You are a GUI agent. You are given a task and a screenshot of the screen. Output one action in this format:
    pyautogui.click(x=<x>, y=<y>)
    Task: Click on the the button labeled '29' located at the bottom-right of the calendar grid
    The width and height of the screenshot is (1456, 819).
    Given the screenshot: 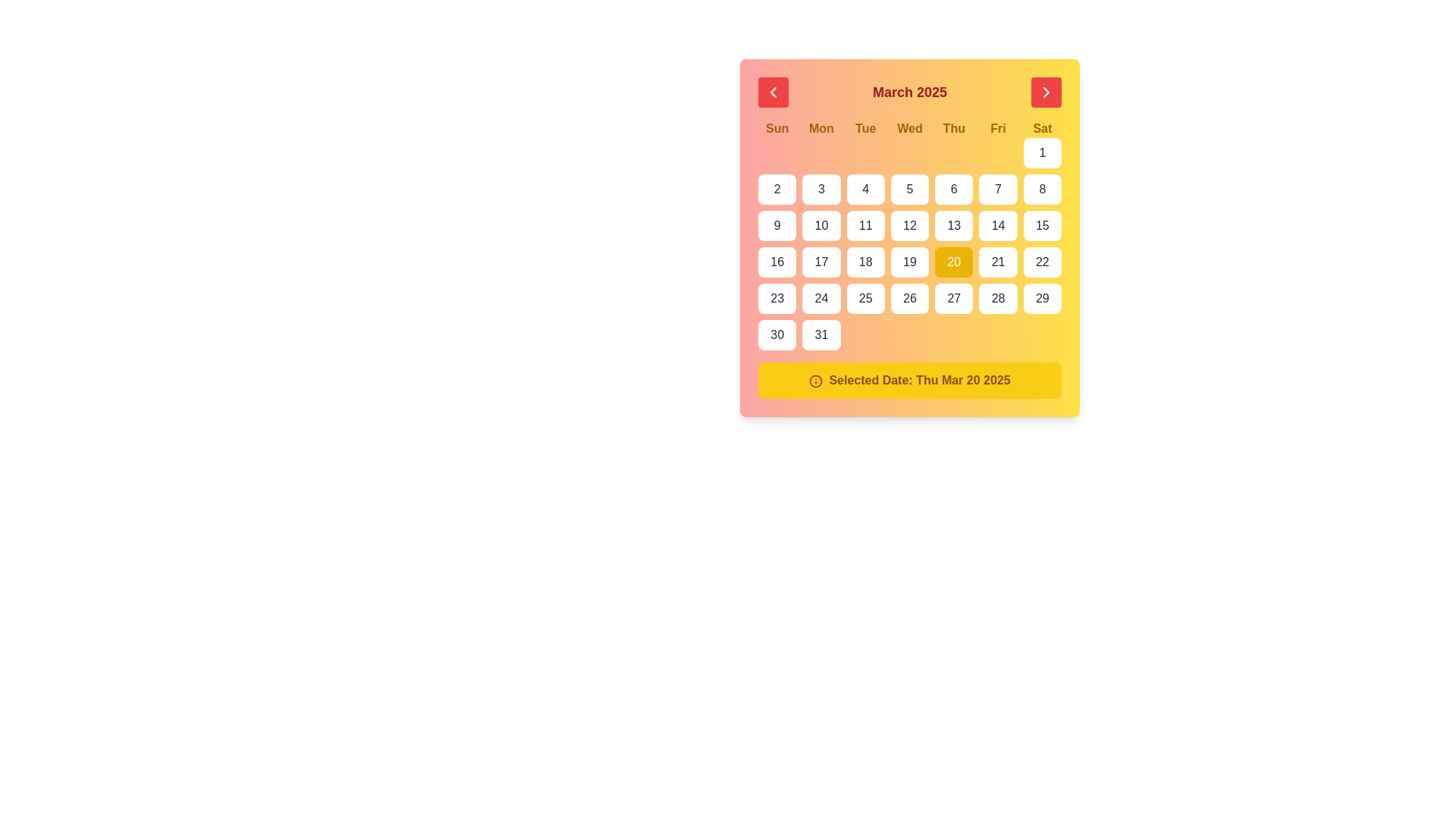 What is the action you would take?
    pyautogui.click(x=1041, y=298)
    